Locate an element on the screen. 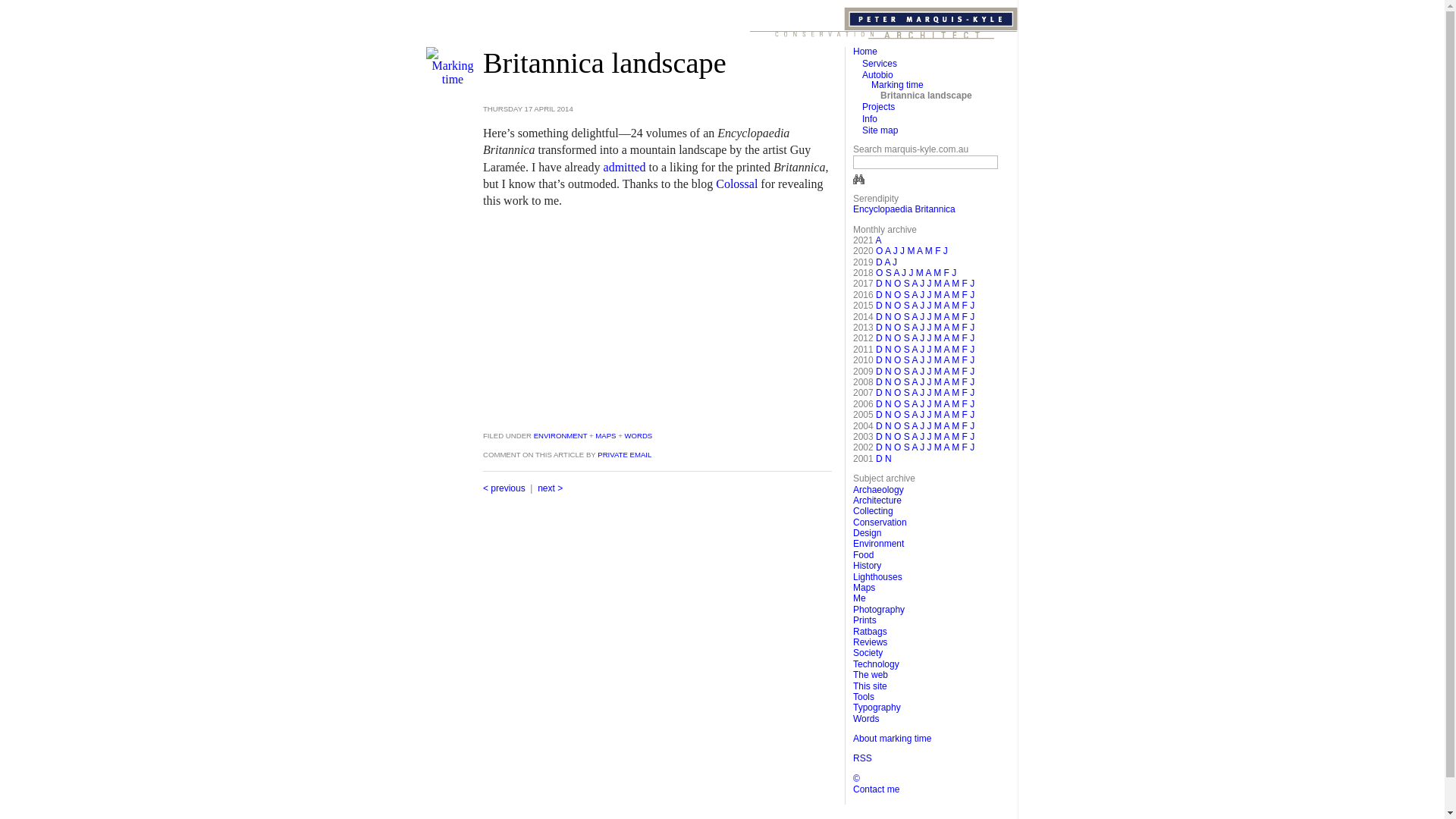 The width and height of the screenshot is (1456, 819). 'Site map' is located at coordinates (880, 130).